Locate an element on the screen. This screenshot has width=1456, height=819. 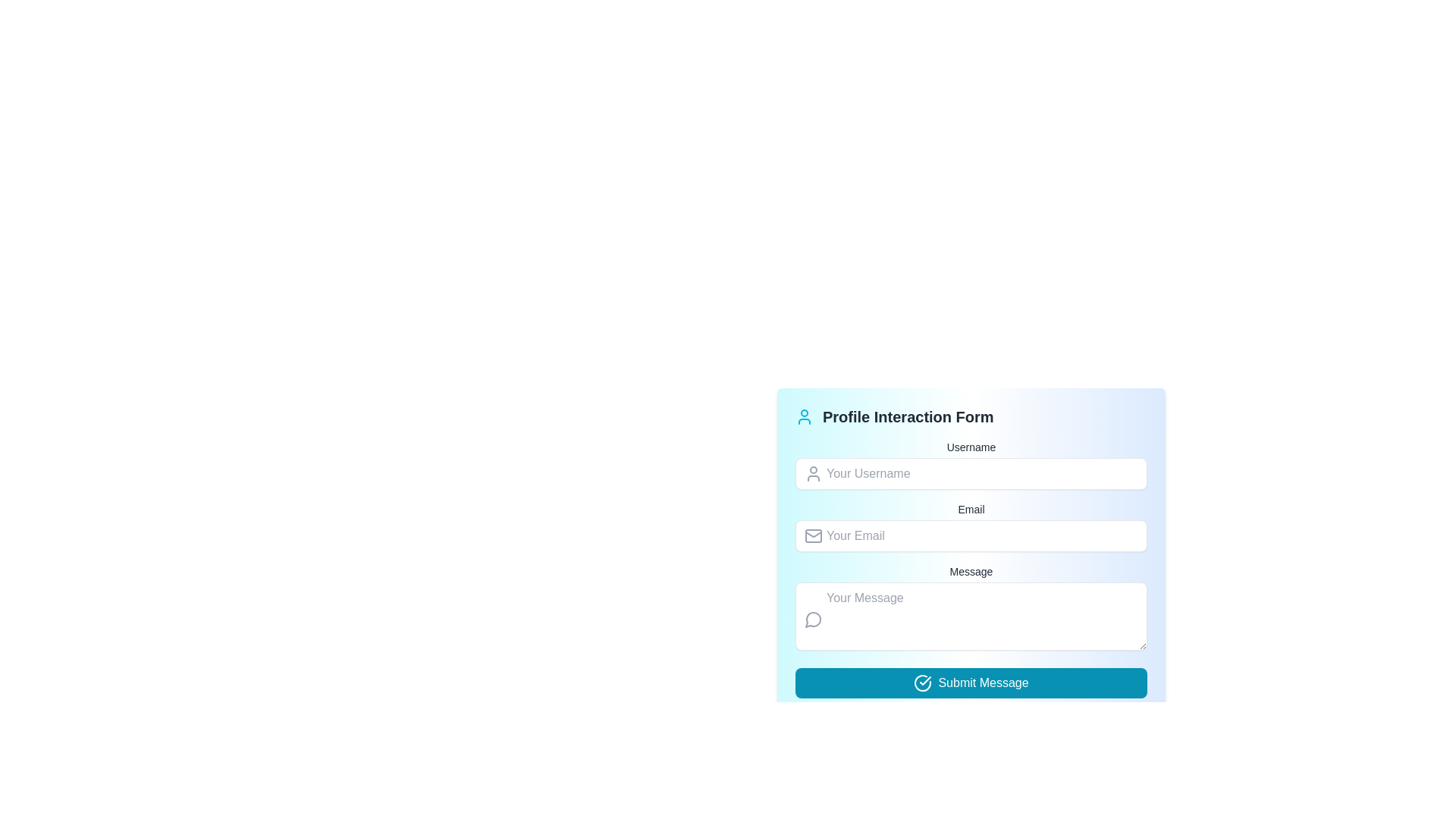
the header text element displaying 'Profile Interaction Form' for visual guidance is located at coordinates (971, 417).